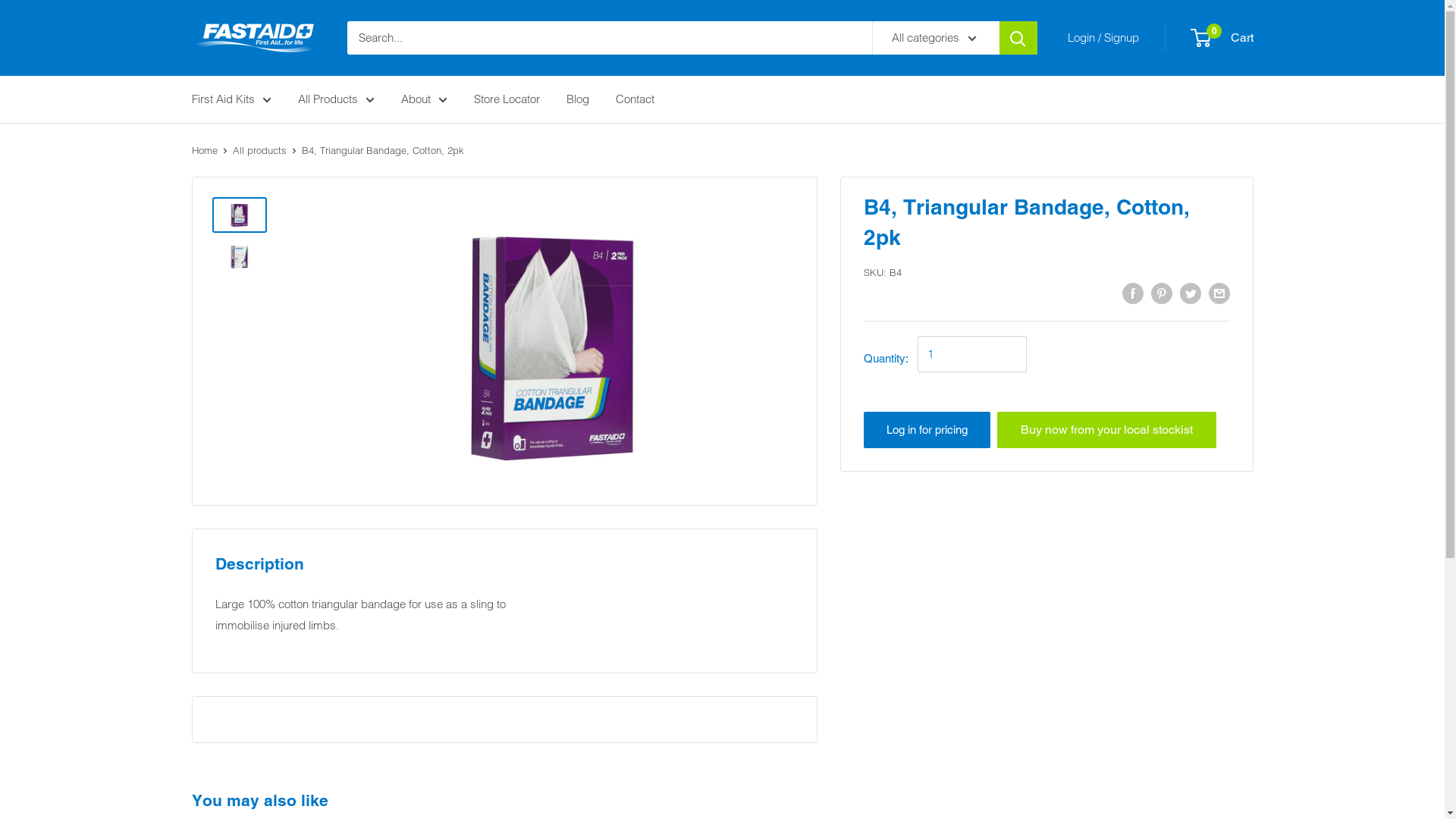 This screenshot has height=819, width=1456. What do you see at coordinates (190, 149) in the screenshot?
I see `'Home'` at bounding box center [190, 149].